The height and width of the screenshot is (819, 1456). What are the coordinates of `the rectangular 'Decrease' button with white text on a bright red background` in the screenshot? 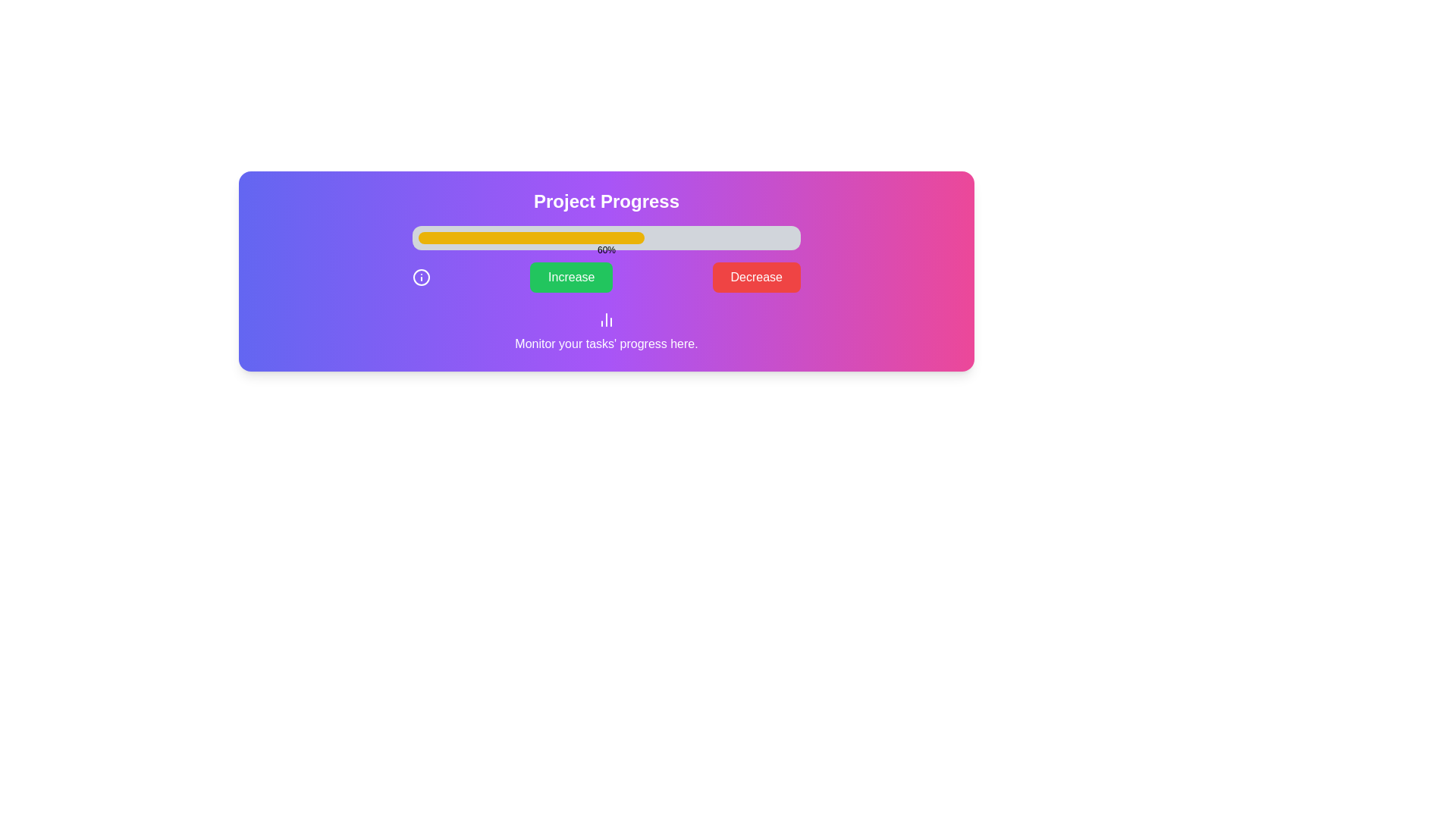 It's located at (756, 278).